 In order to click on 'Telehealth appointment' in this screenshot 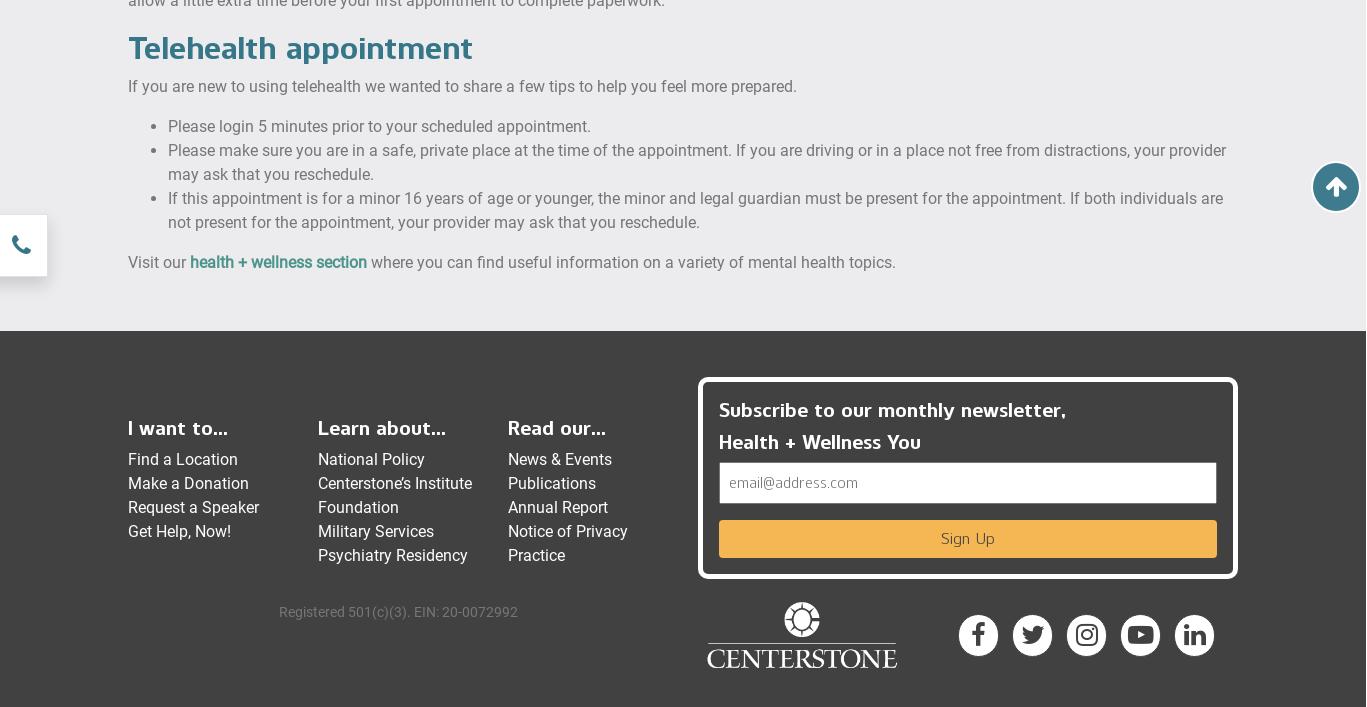, I will do `click(300, 46)`.